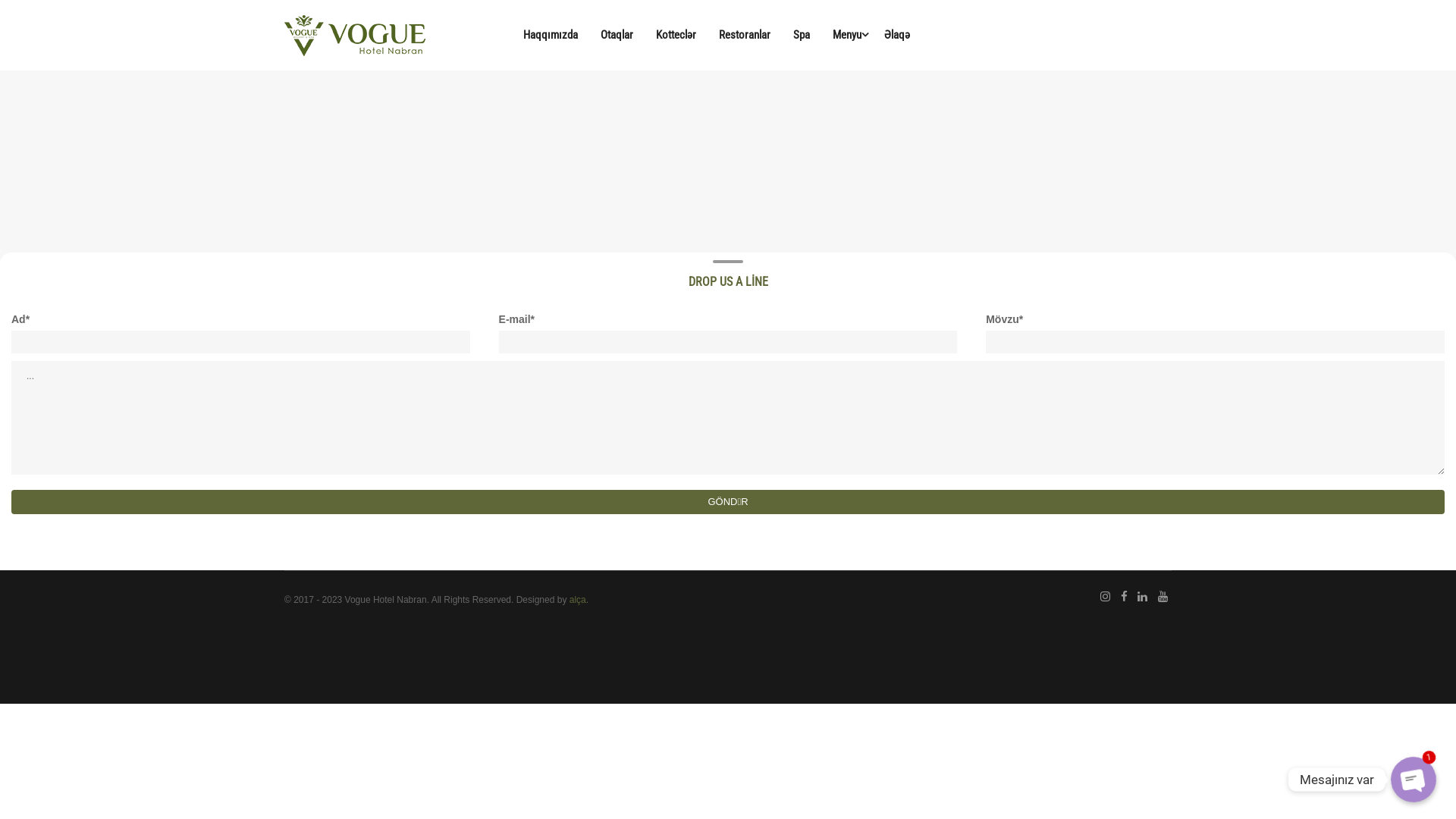 This screenshot has width=1456, height=819. What do you see at coordinates (800, 34) in the screenshot?
I see `'Spa'` at bounding box center [800, 34].